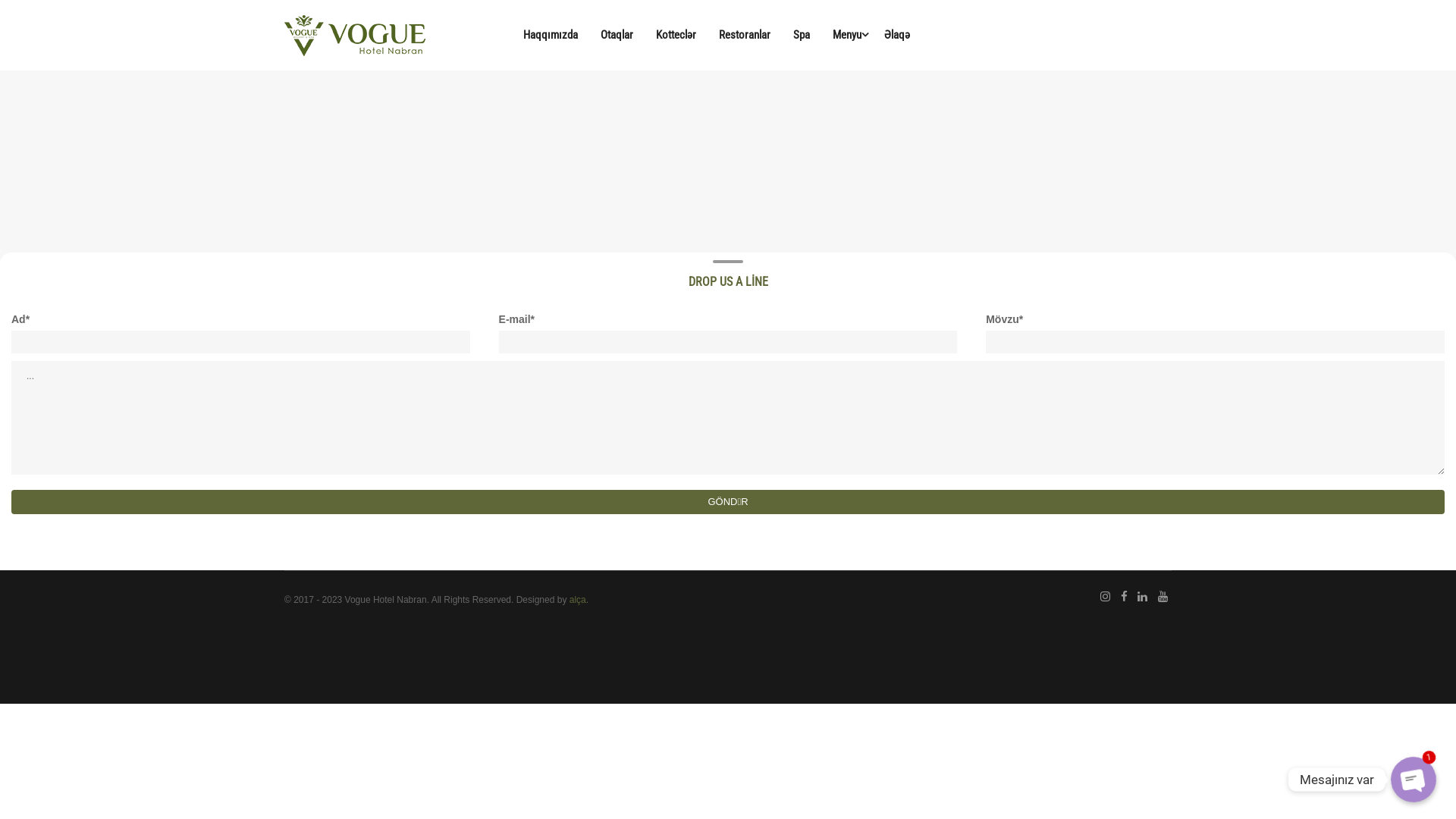 This screenshot has width=1456, height=819. What do you see at coordinates (800, 34) in the screenshot?
I see `'Spa'` at bounding box center [800, 34].